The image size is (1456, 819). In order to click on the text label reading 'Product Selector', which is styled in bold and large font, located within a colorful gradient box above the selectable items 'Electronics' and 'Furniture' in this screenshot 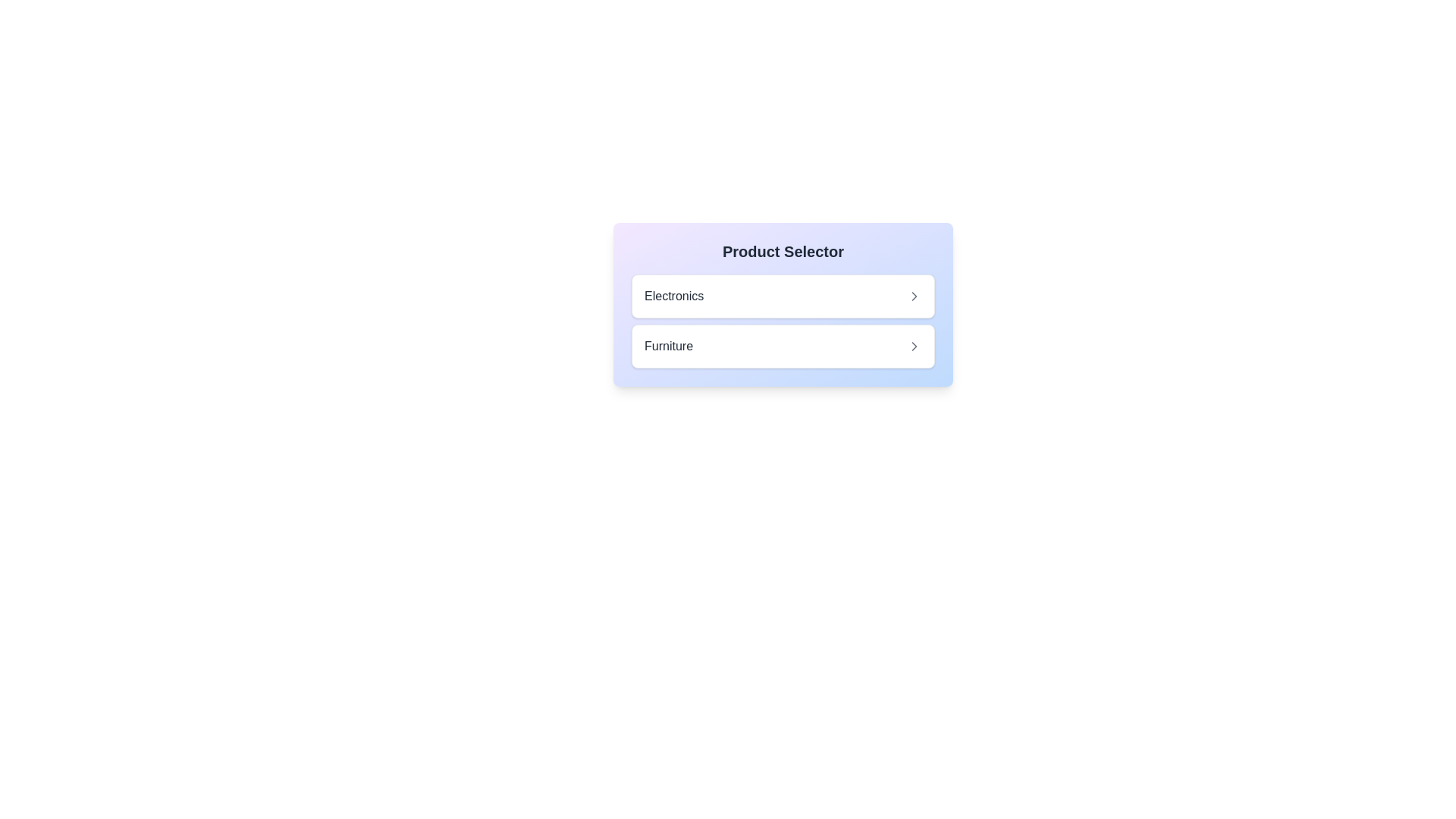, I will do `click(783, 250)`.